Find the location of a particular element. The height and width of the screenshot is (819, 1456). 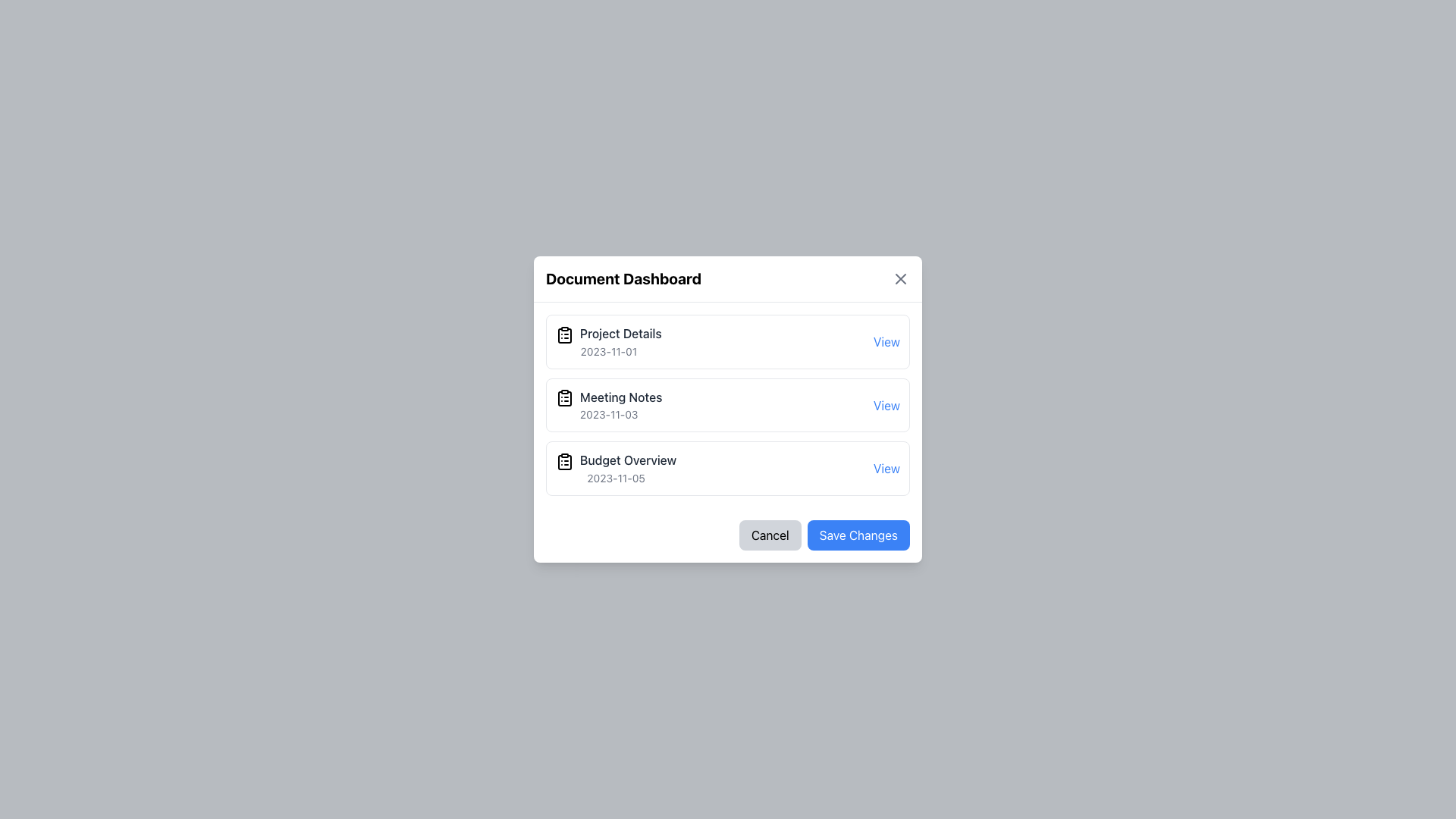

the icon representing the document labeled 'Meeting Notes', which is the leftmost component in its row, enhancing recognition of this item is located at coordinates (563, 397).